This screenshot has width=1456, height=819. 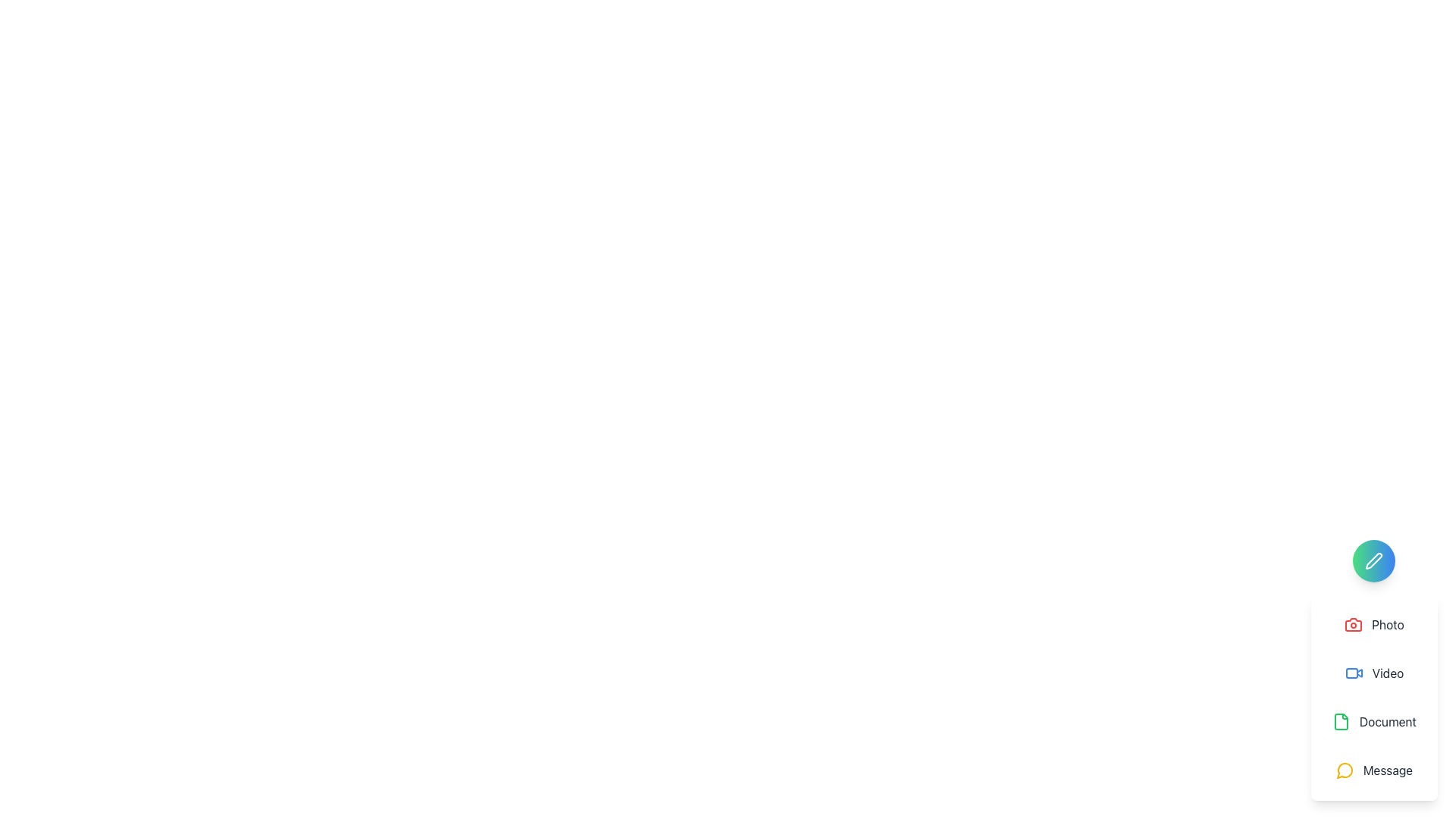 What do you see at coordinates (1374, 770) in the screenshot?
I see `the 'Message' menu option button located in the vertical menu, positioned below the 'Document' option` at bounding box center [1374, 770].